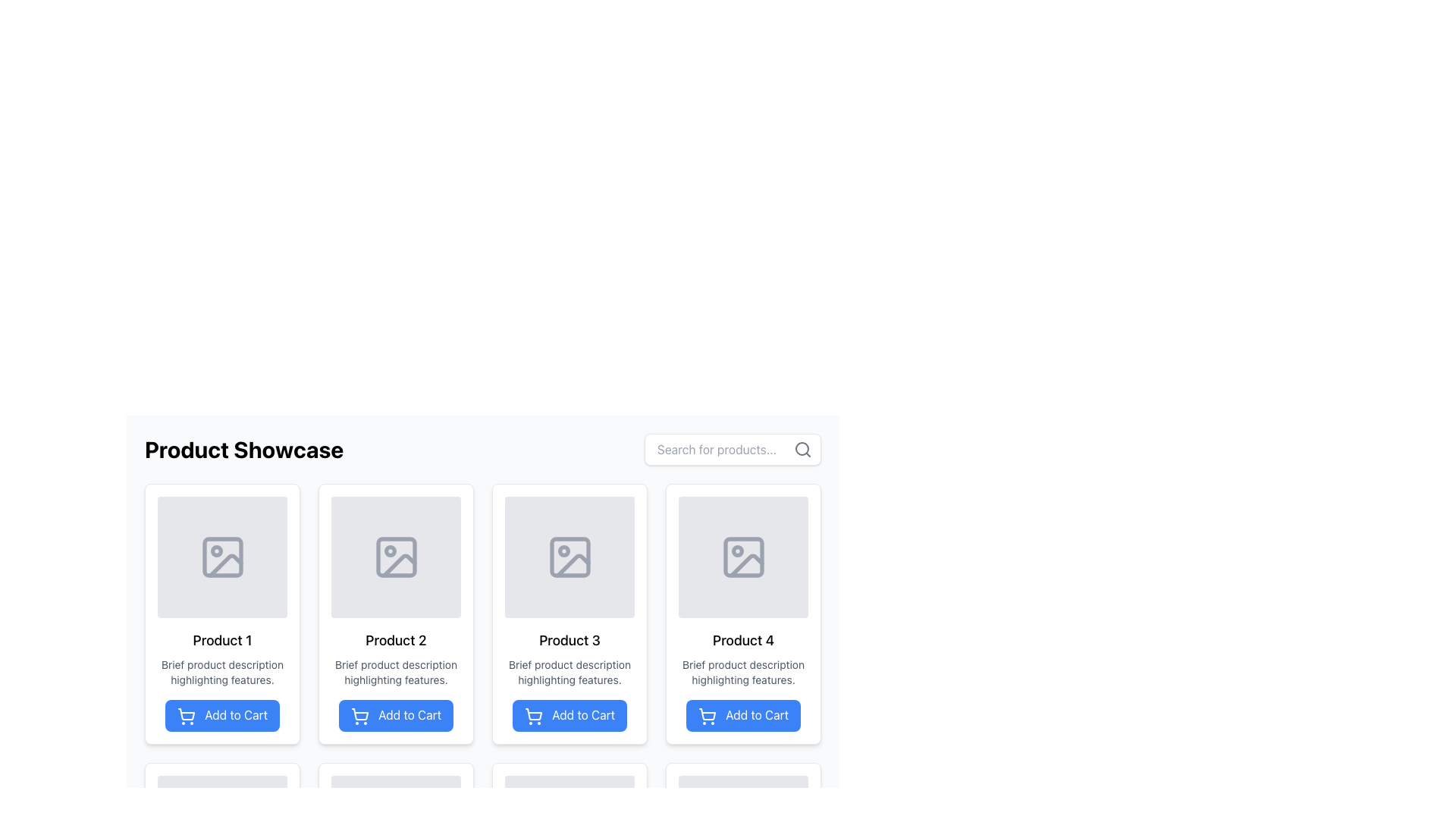 The width and height of the screenshot is (1456, 819). Describe the element at coordinates (221, 640) in the screenshot. I see `the product title text label located in the first card of the product listings grid, positioned below the image placeholder` at that location.